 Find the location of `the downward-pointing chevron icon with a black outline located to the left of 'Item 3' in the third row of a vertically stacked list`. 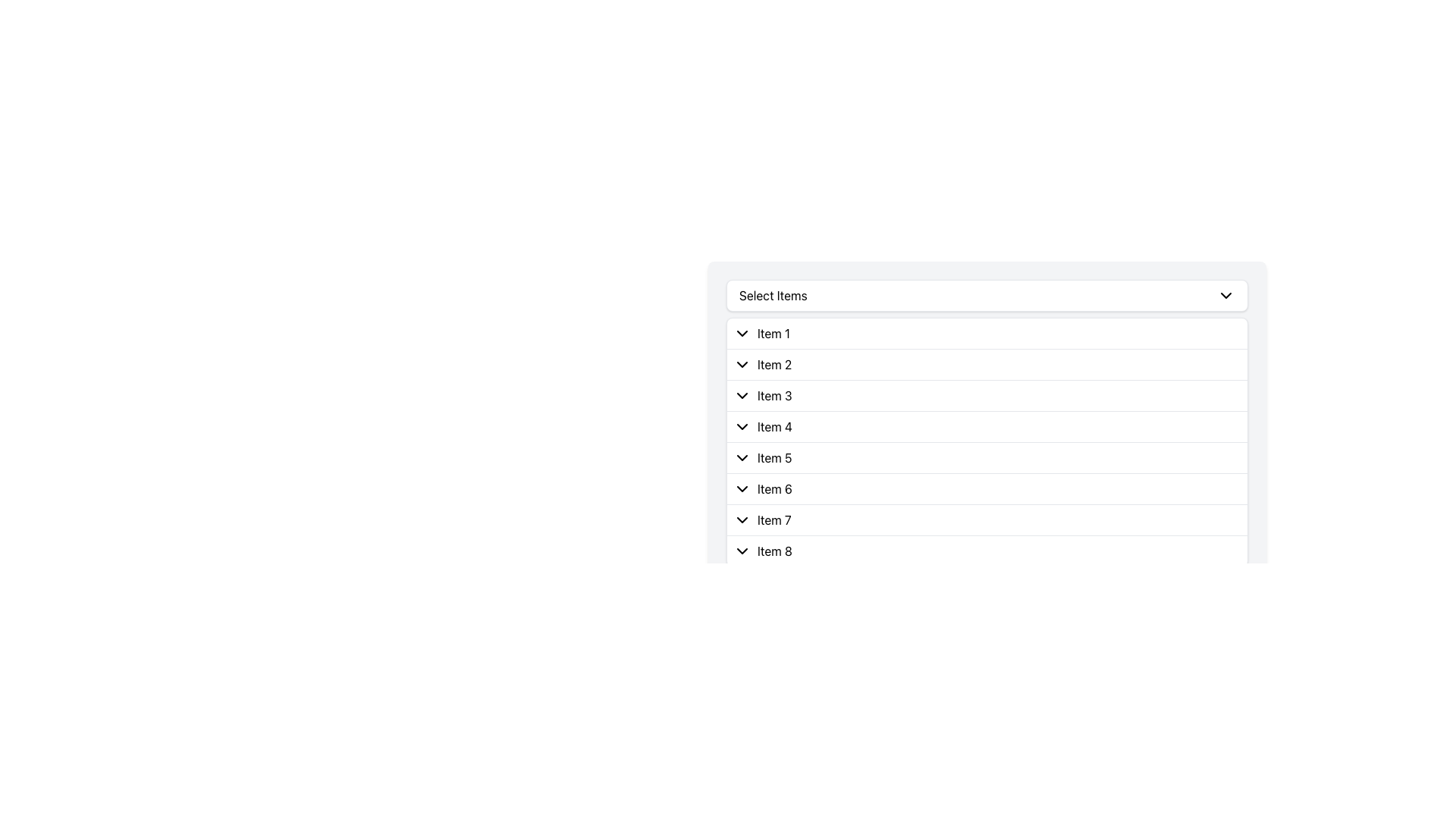

the downward-pointing chevron icon with a black outline located to the left of 'Item 3' in the third row of a vertically stacked list is located at coordinates (742, 394).